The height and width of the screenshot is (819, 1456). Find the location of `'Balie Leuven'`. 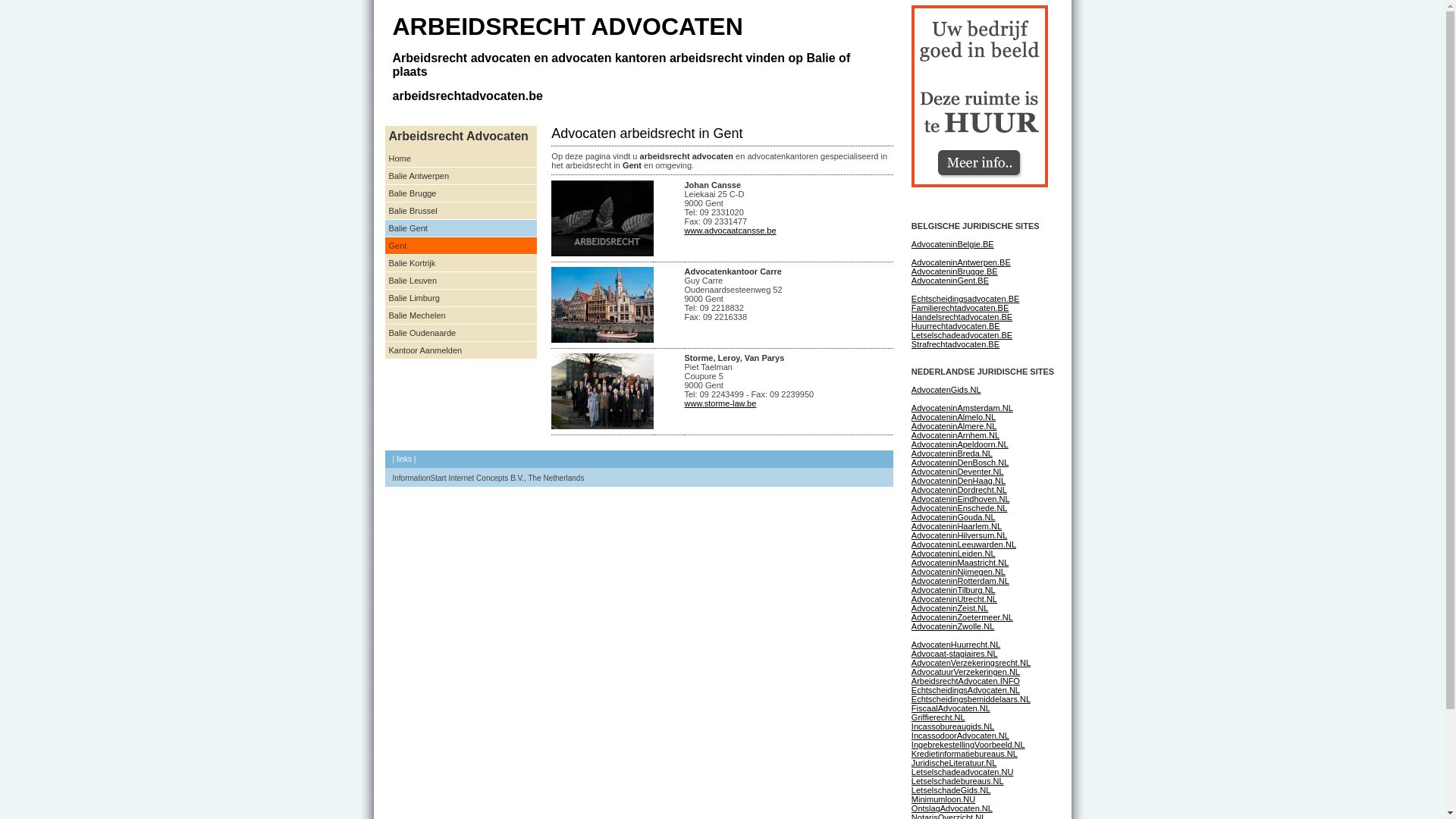

'Balie Leuven' is located at coordinates (460, 281).